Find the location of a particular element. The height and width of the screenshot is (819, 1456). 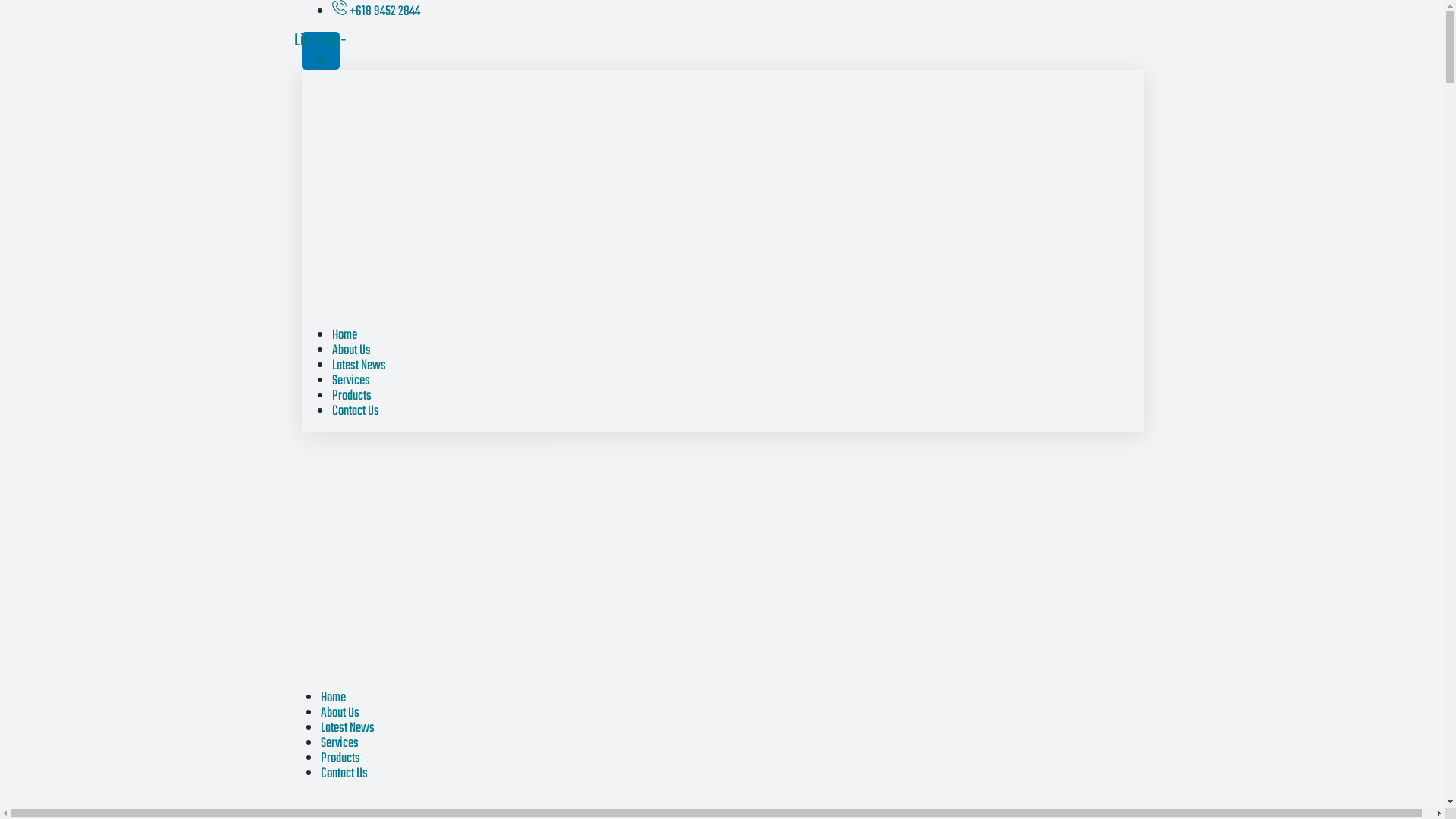

'Contact Us' is located at coordinates (342, 773).